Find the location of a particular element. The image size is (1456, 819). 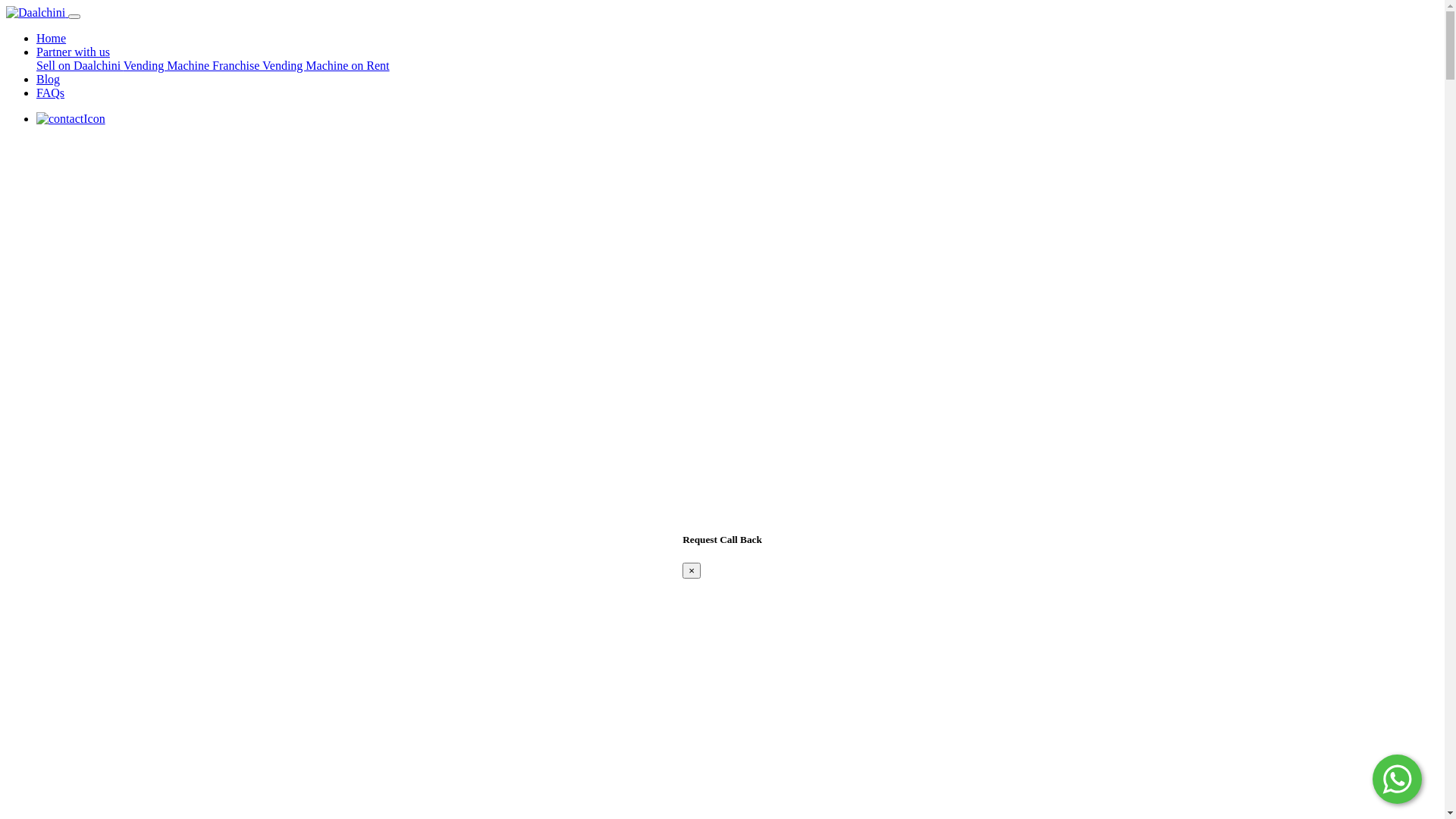

'Sell on Daalchini' is located at coordinates (79, 64).